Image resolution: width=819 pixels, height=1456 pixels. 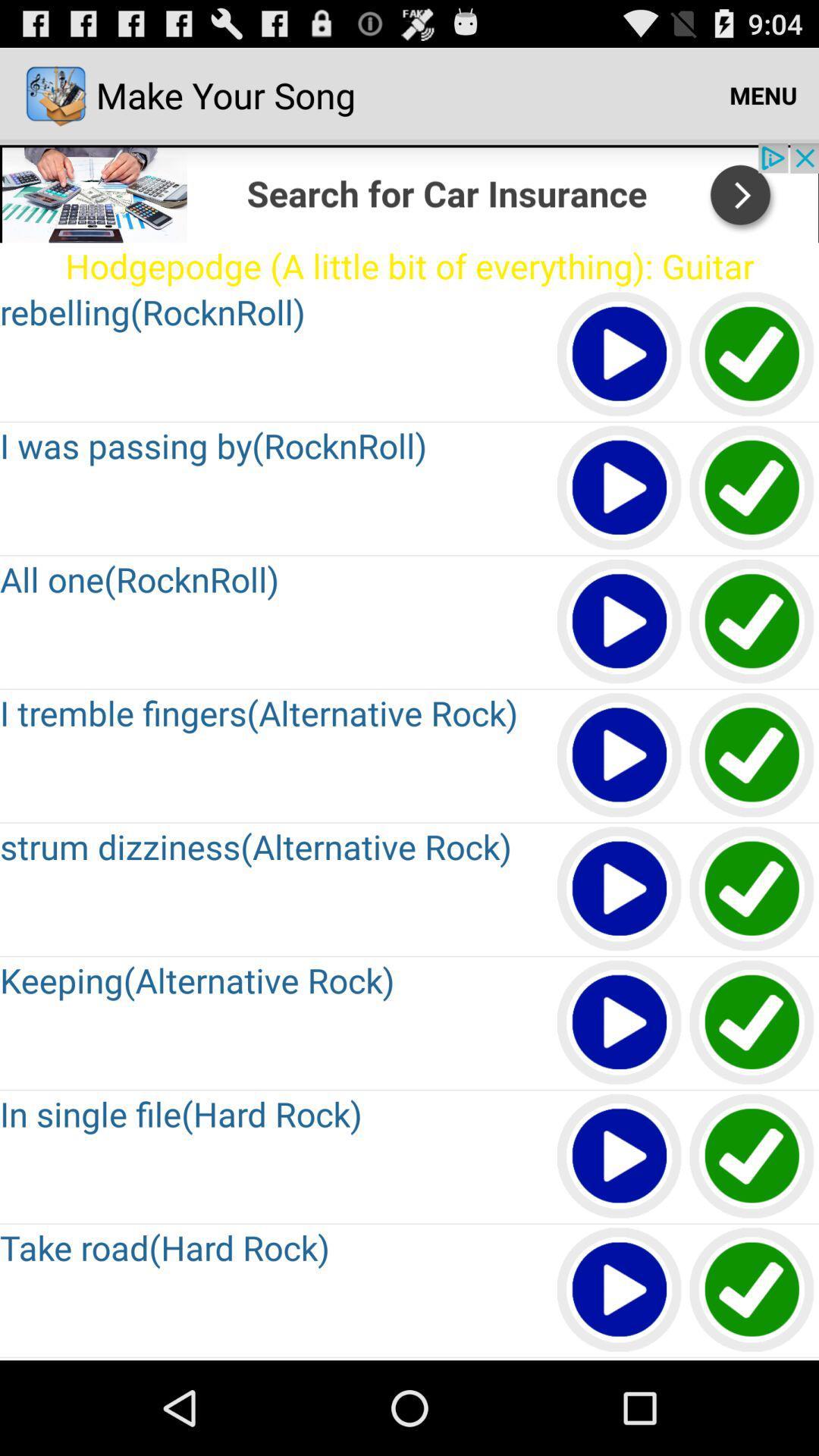 I want to click on song play option, so click(x=620, y=354).